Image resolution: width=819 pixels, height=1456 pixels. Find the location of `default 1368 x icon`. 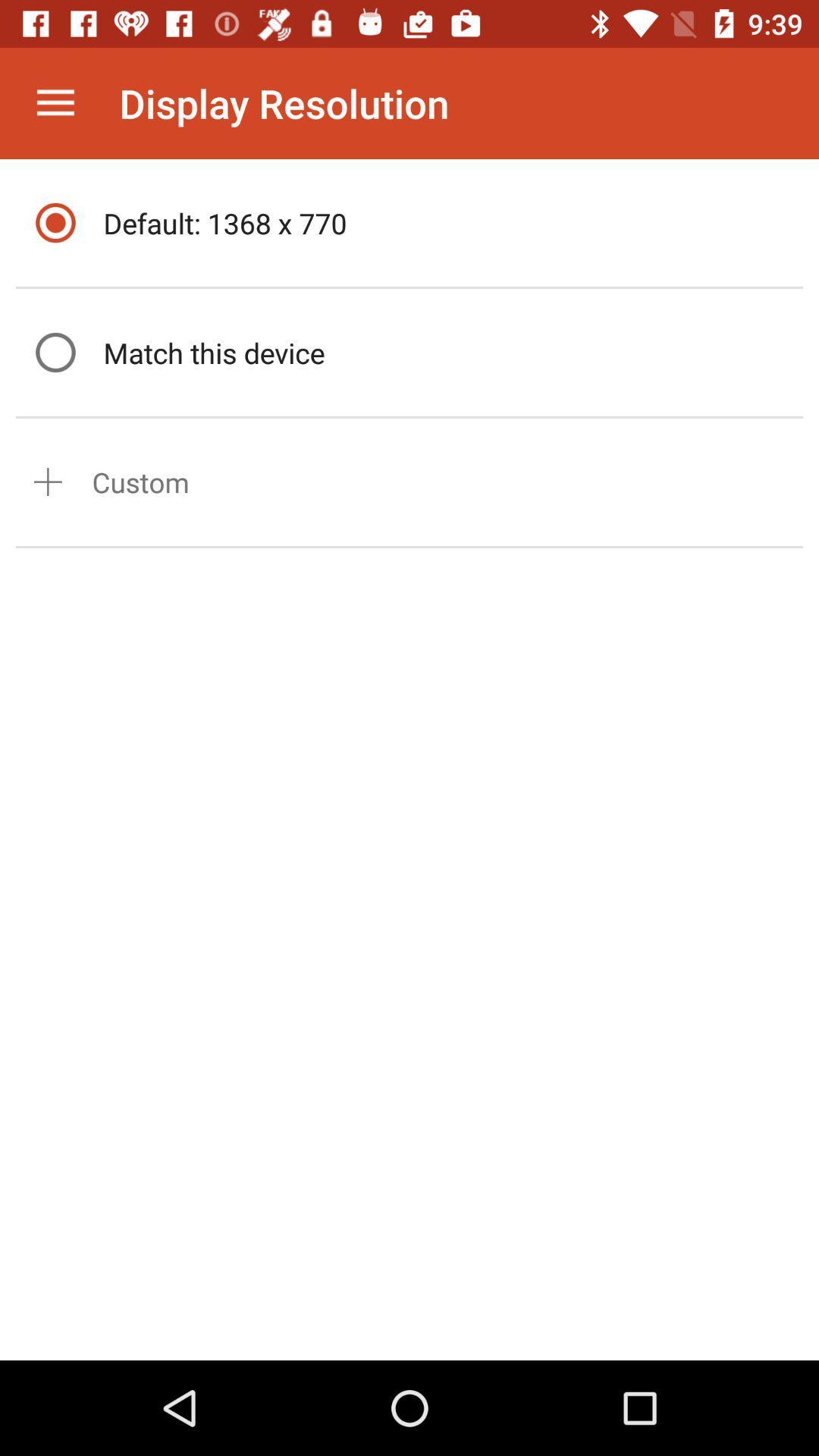

default 1368 x icon is located at coordinates (448, 221).